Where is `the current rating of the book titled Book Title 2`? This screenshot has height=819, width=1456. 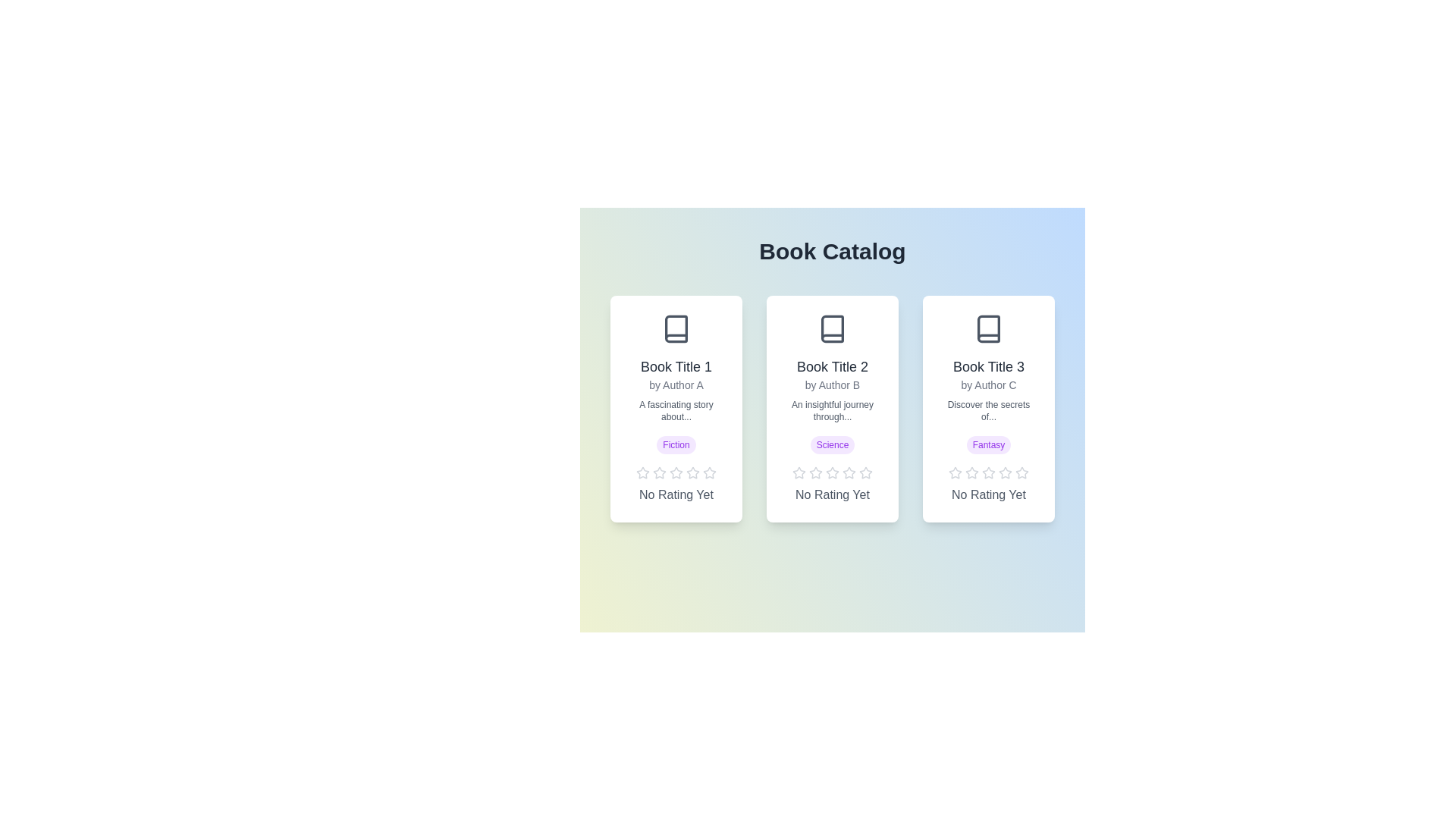 the current rating of the book titled Book Title 2 is located at coordinates (832, 494).